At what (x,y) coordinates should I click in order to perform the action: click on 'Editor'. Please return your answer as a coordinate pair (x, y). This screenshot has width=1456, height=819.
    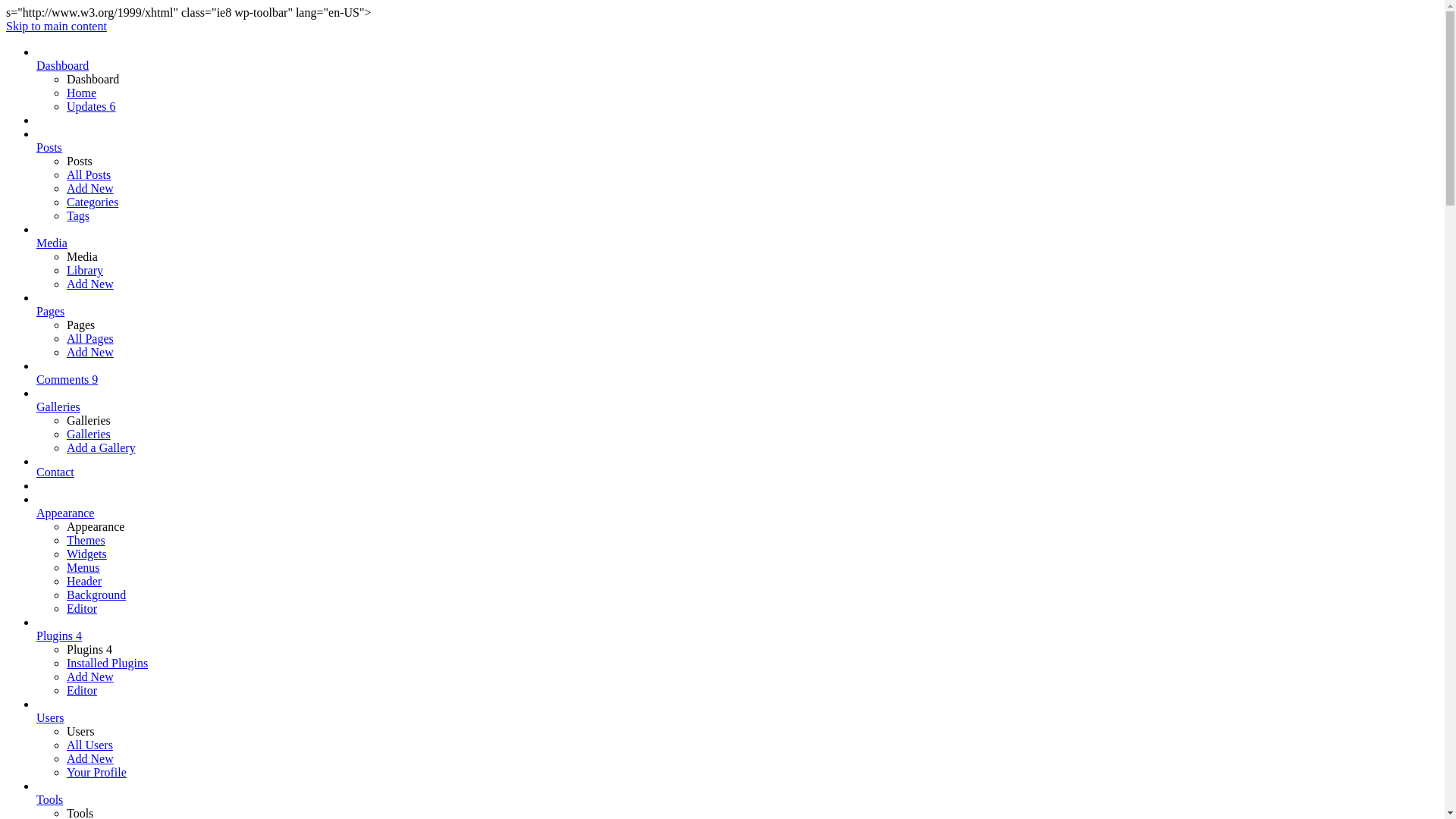
    Looking at the image, I should click on (65, 607).